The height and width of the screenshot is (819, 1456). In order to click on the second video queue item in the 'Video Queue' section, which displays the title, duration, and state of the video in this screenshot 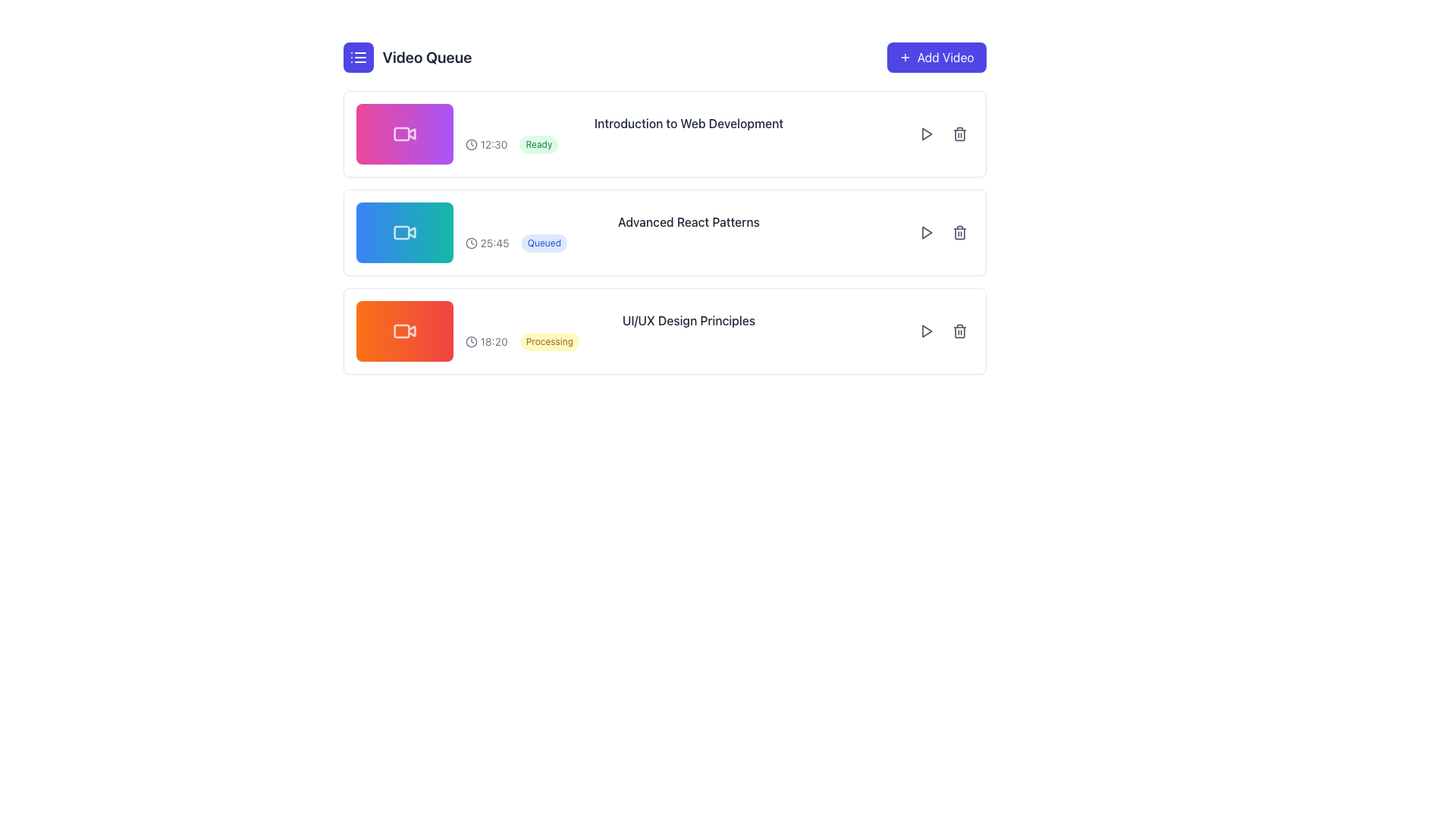, I will do `click(664, 233)`.